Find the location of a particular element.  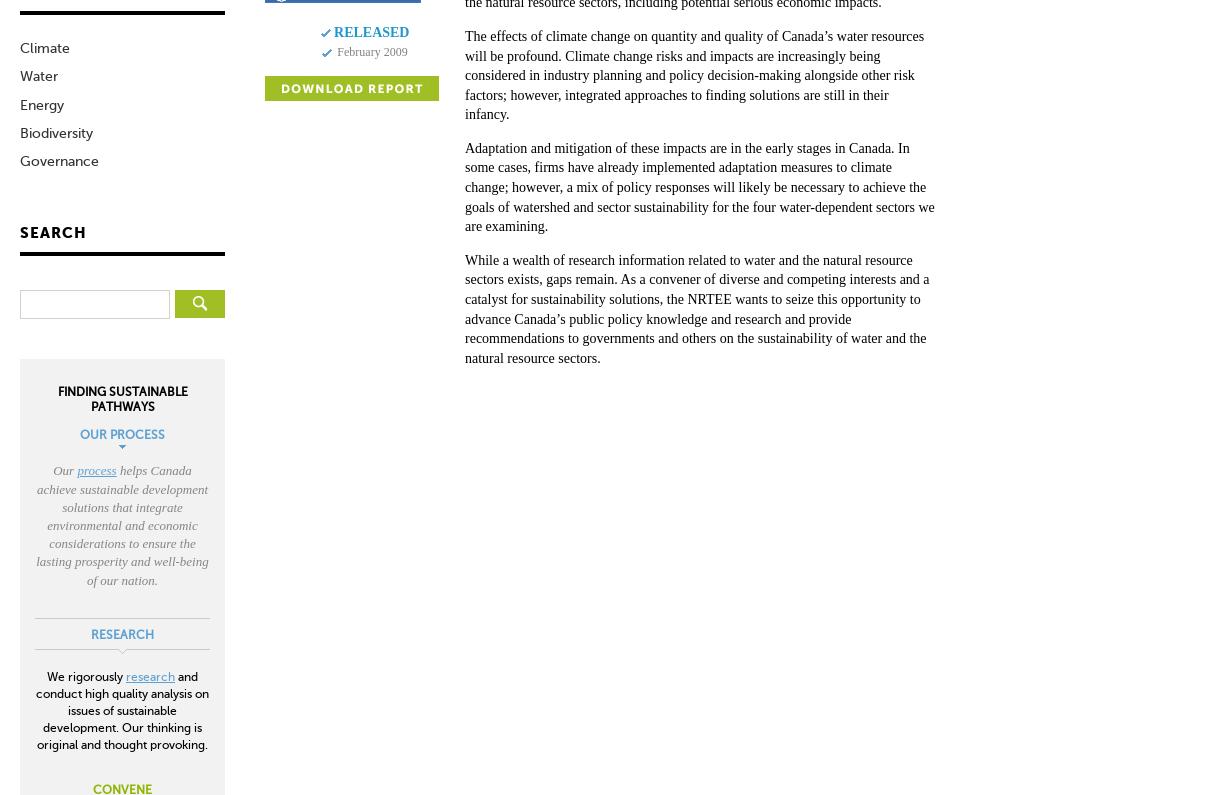

'Adaptation and mitigation of these impacts are in the early stages in Canada.  In some cases, firms have already implemented adaptation measures to climate change; however, a mix of policy responses will likely be necessary to achieve the goals of watershed and sector sustainability for the four water-dependent sectors we are examining.' is located at coordinates (698, 186).